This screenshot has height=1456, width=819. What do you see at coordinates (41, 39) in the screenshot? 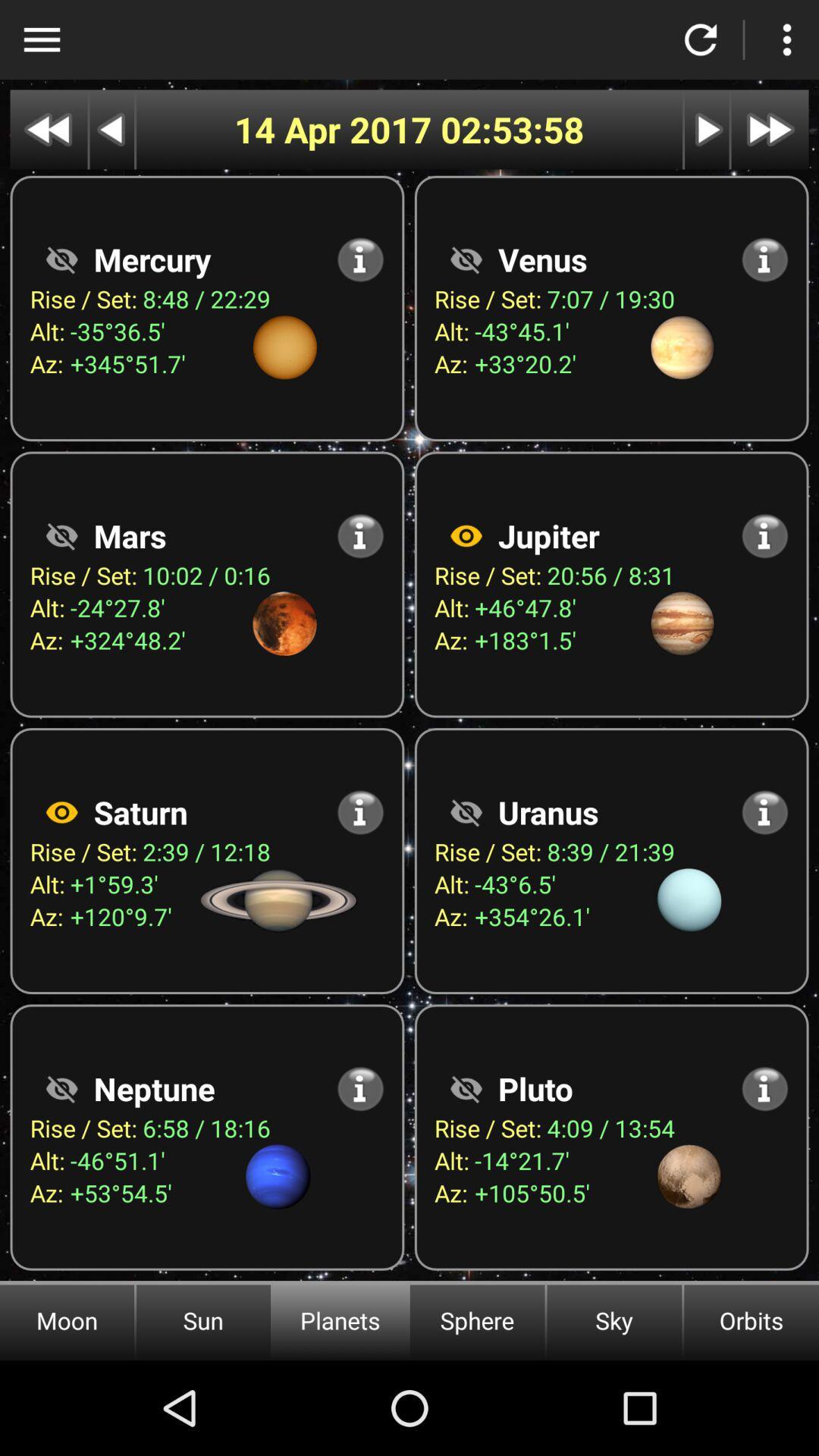
I see `click for dropdown box` at bounding box center [41, 39].